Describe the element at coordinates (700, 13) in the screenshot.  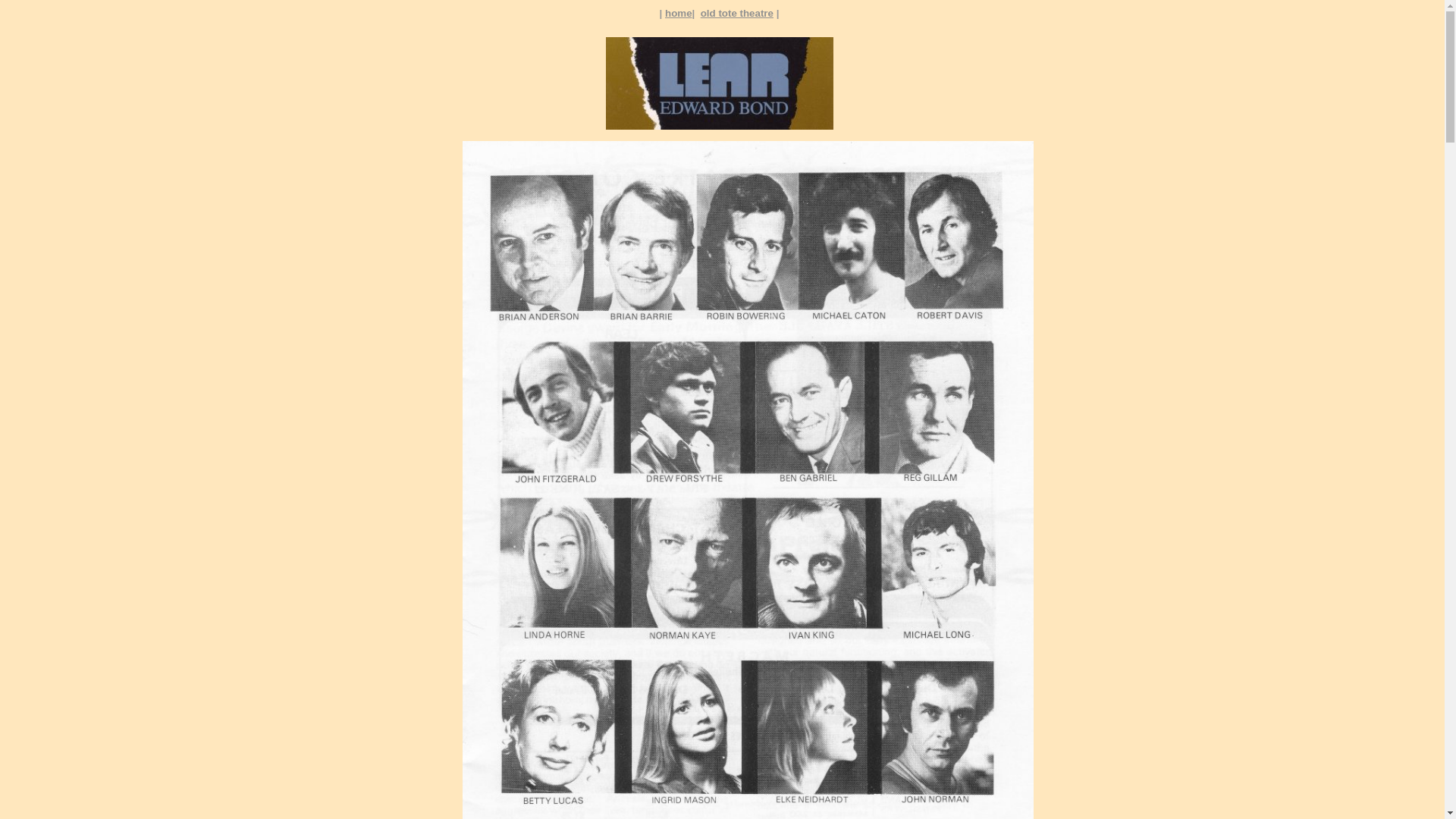
I see `'old tote theatre'` at that location.